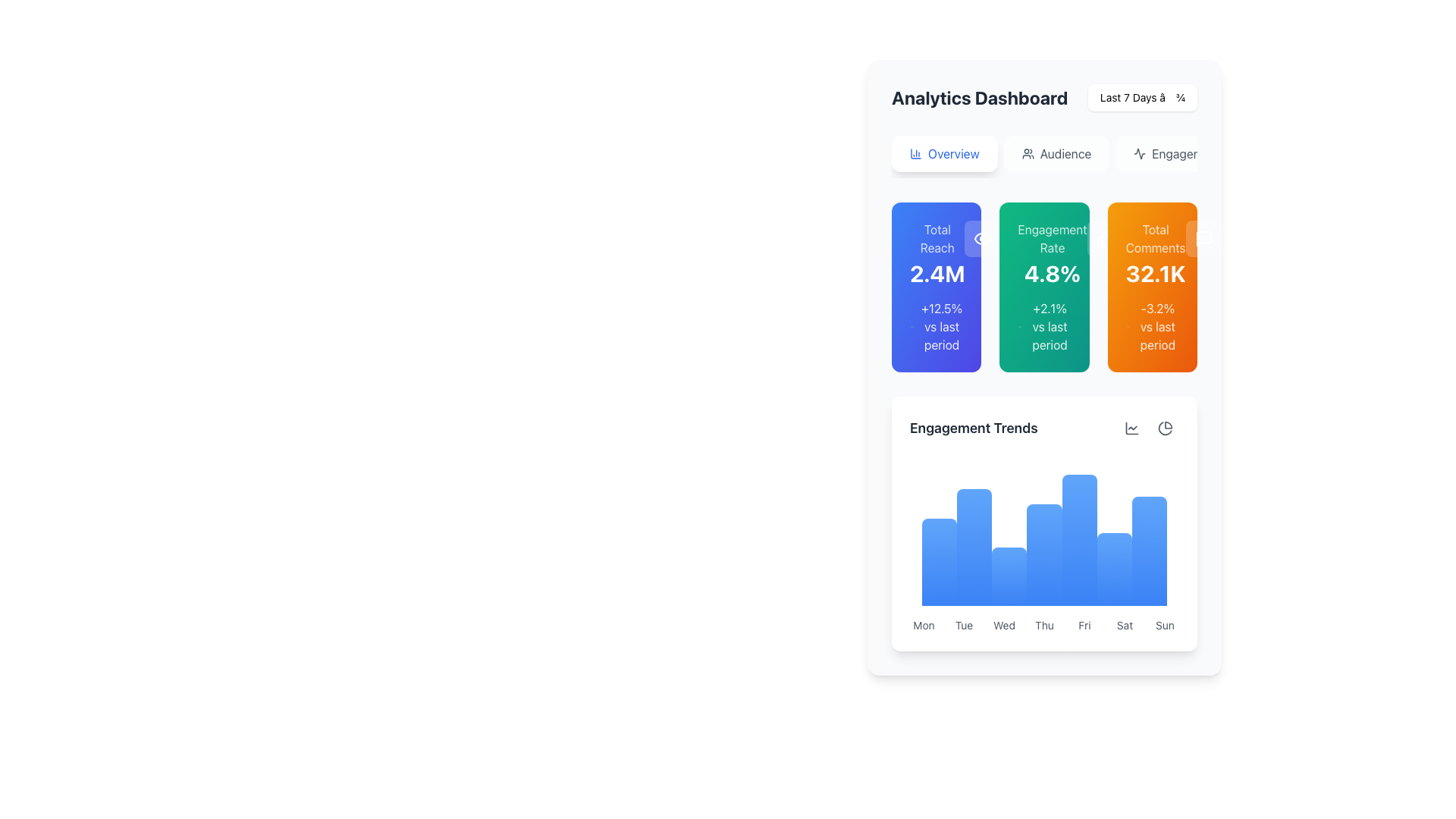 The height and width of the screenshot is (819, 1456). I want to click on the second bar in the Engagement Trends section of the dashboard, which represents a specific data point or statistic, so click(974, 548).